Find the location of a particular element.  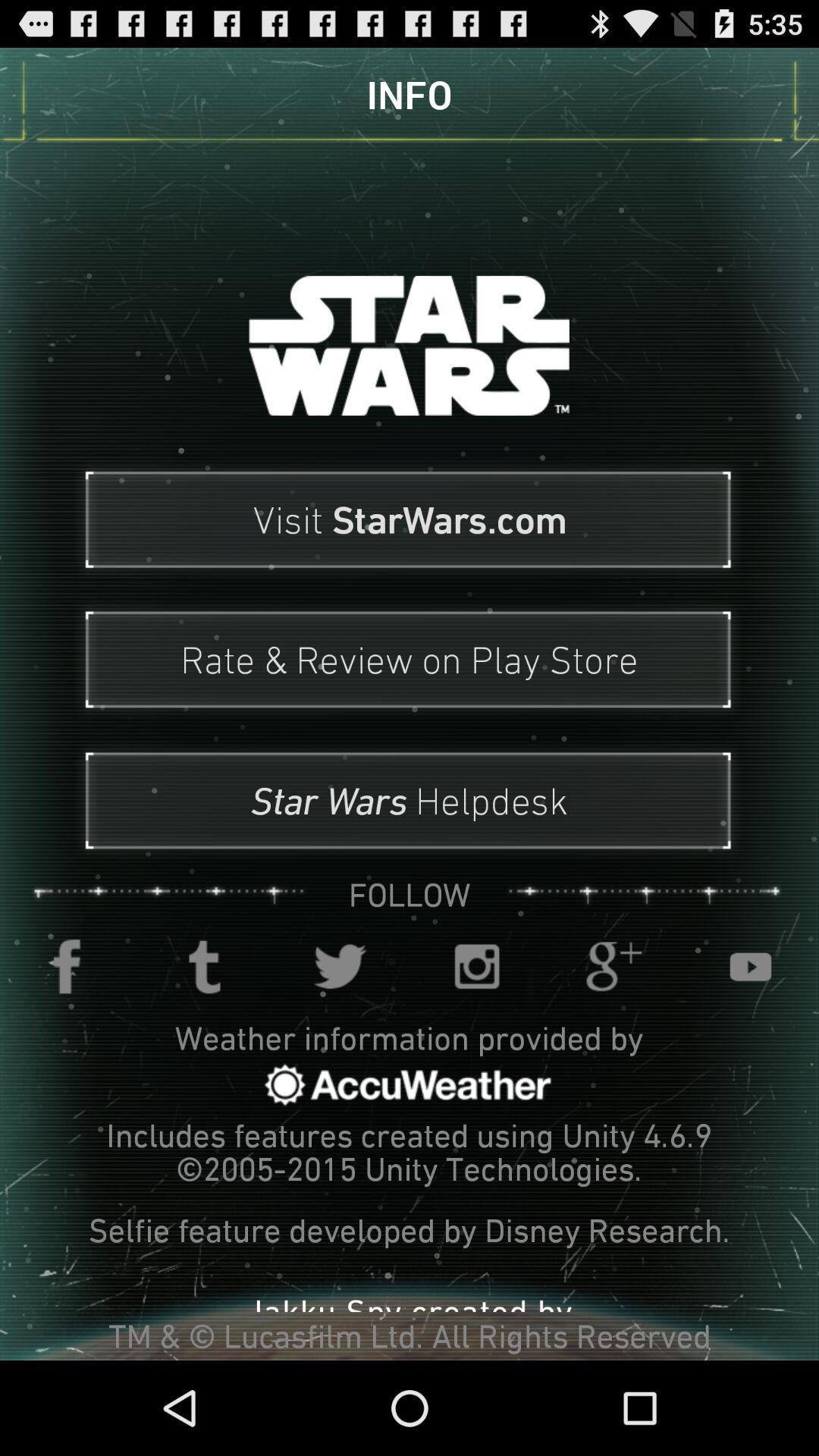

the twitter icon is located at coordinates (341, 1033).